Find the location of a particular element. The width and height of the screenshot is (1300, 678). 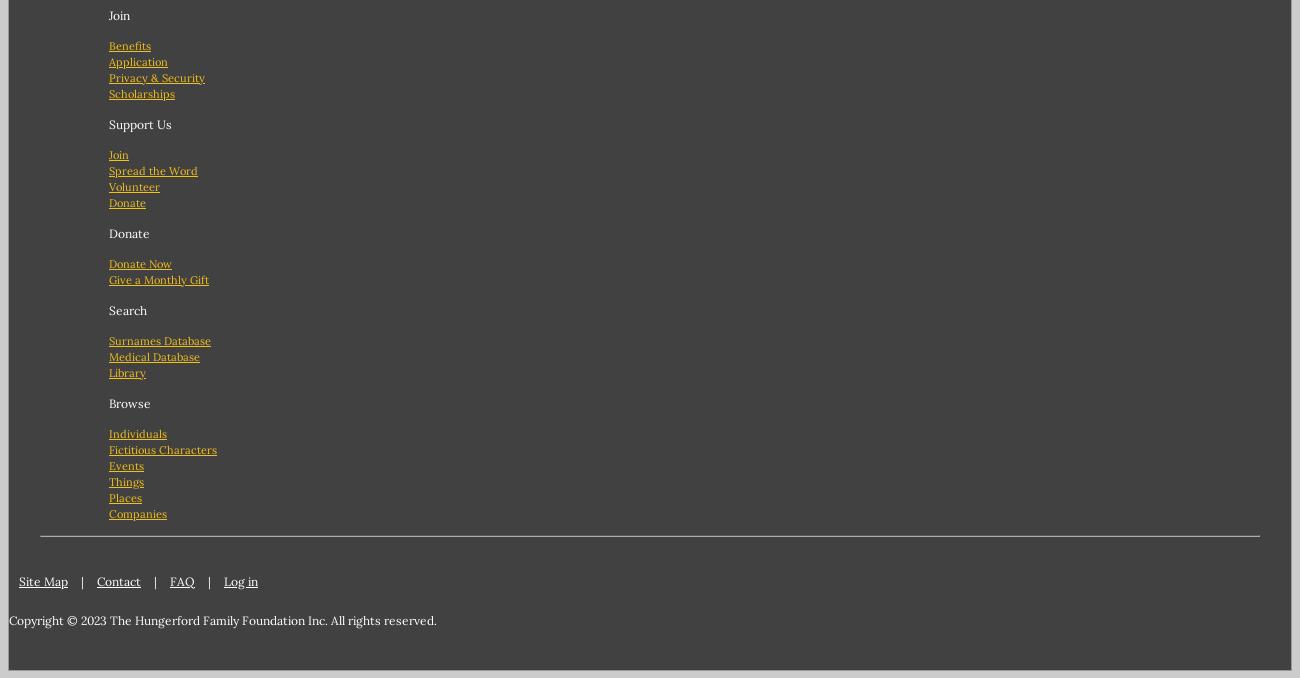

'Application' is located at coordinates (137, 61).